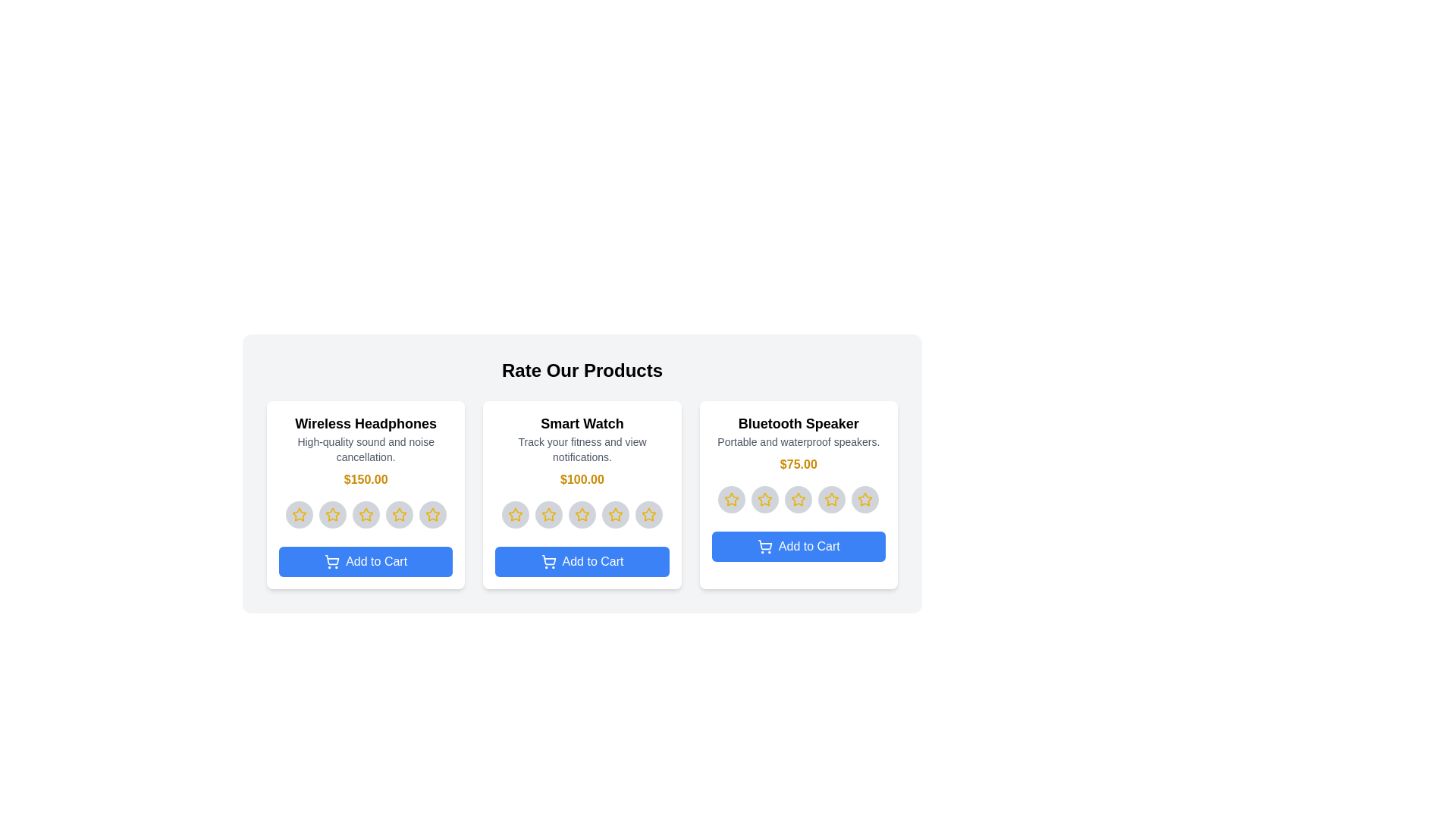 The width and height of the screenshot is (1456, 819). I want to click on the star corresponding to 3 for the product 'Bluetooth Speaker', so click(798, 500).